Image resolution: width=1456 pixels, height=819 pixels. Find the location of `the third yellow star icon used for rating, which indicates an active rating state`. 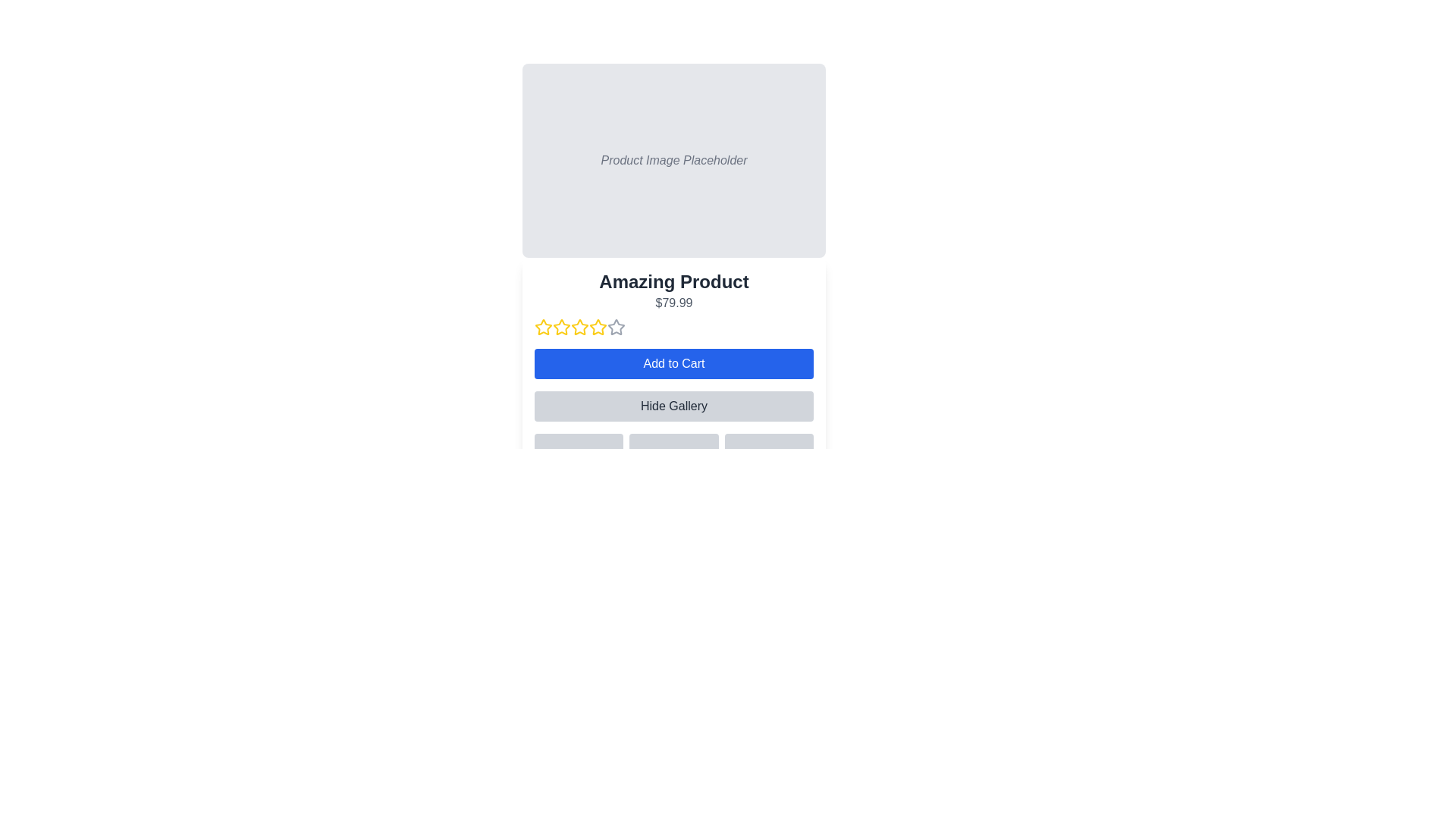

the third yellow star icon used for rating, which indicates an active rating state is located at coordinates (560, 327).